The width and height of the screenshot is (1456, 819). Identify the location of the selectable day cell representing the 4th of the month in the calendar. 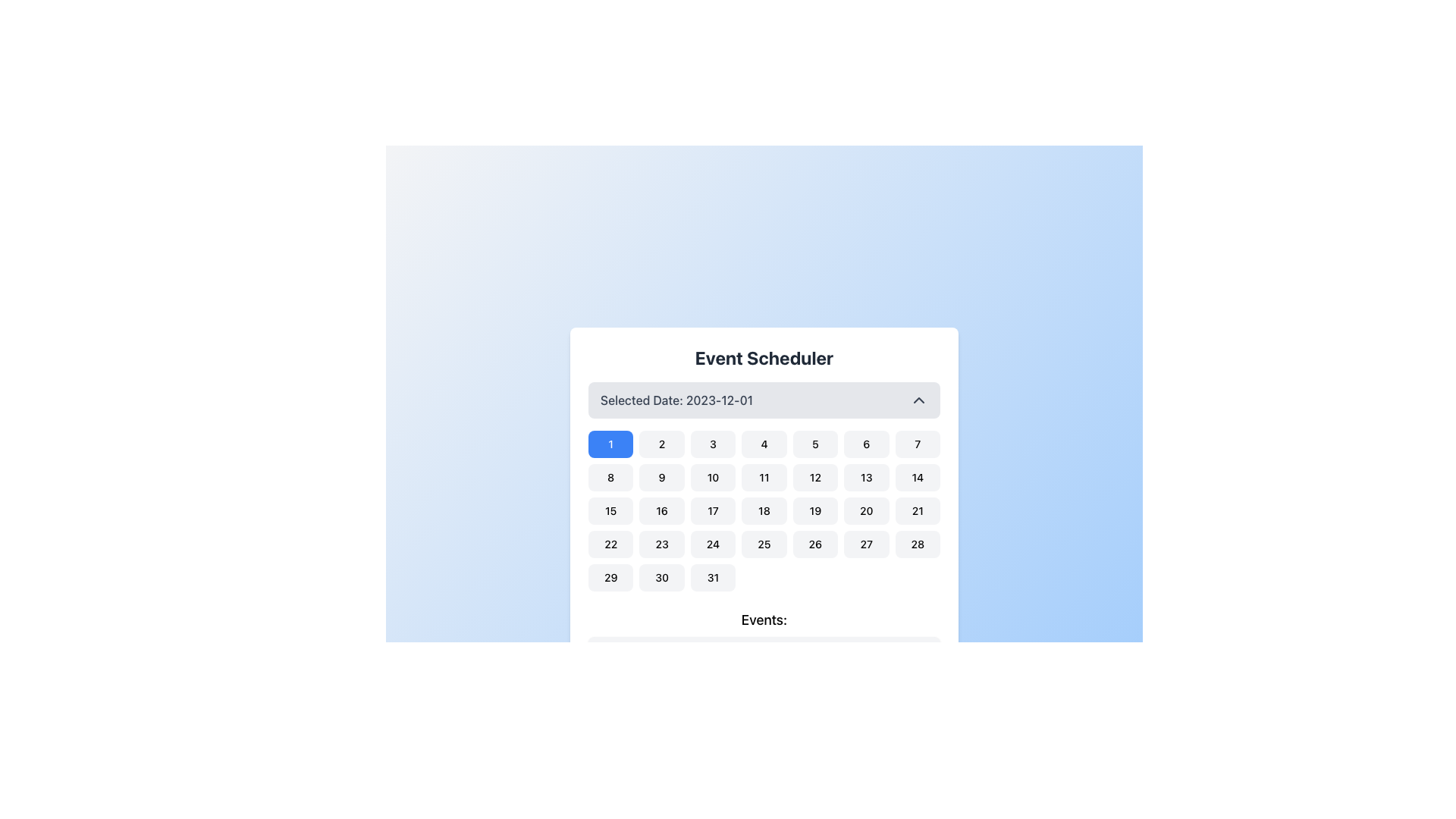
(764, 444).